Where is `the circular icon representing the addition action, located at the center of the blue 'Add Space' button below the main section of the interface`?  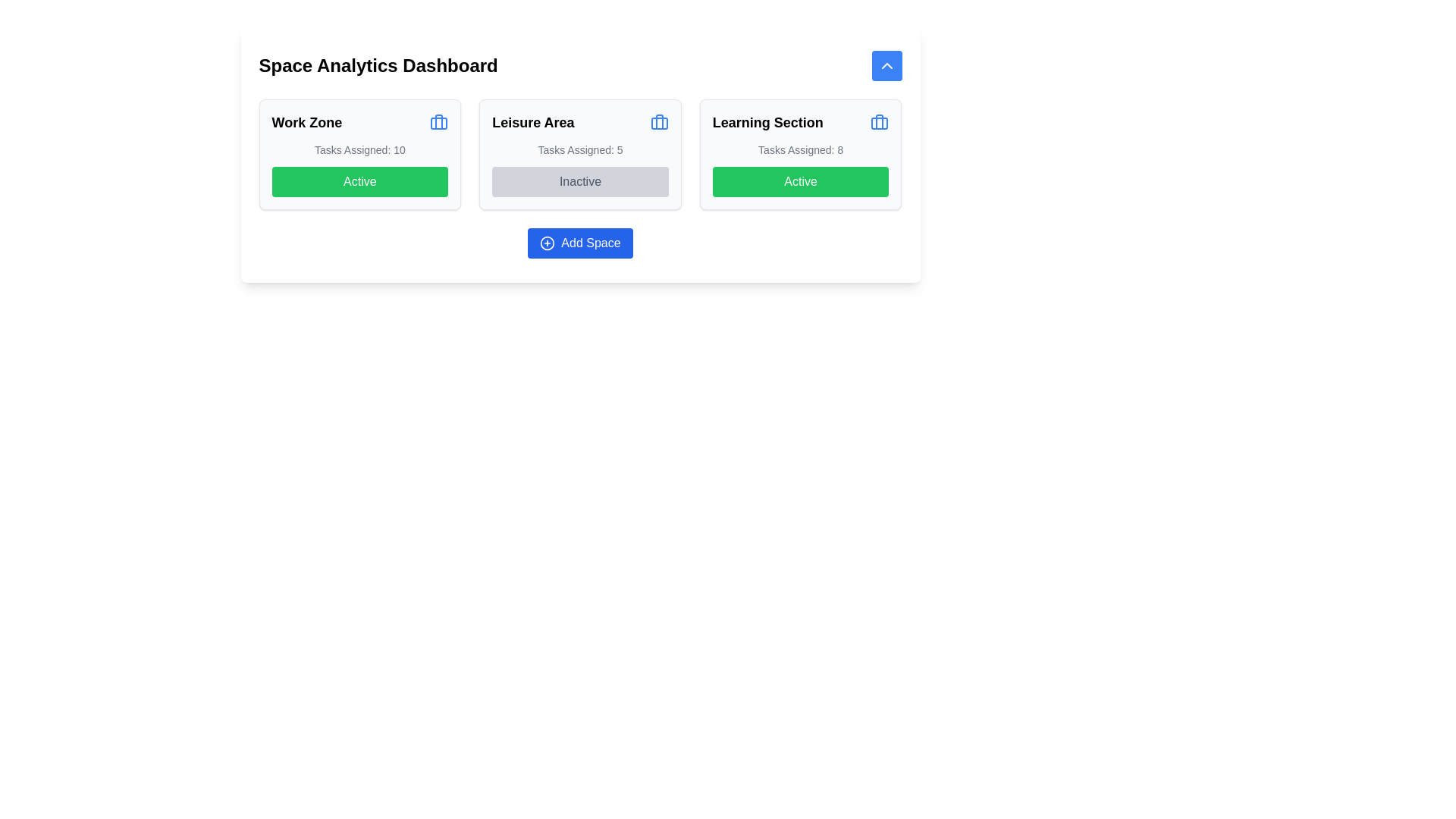 the circular icon representing the addition action, located at the center of the blue 'Add Space' button below the main section of the interface is located at coordinates (547, 242).